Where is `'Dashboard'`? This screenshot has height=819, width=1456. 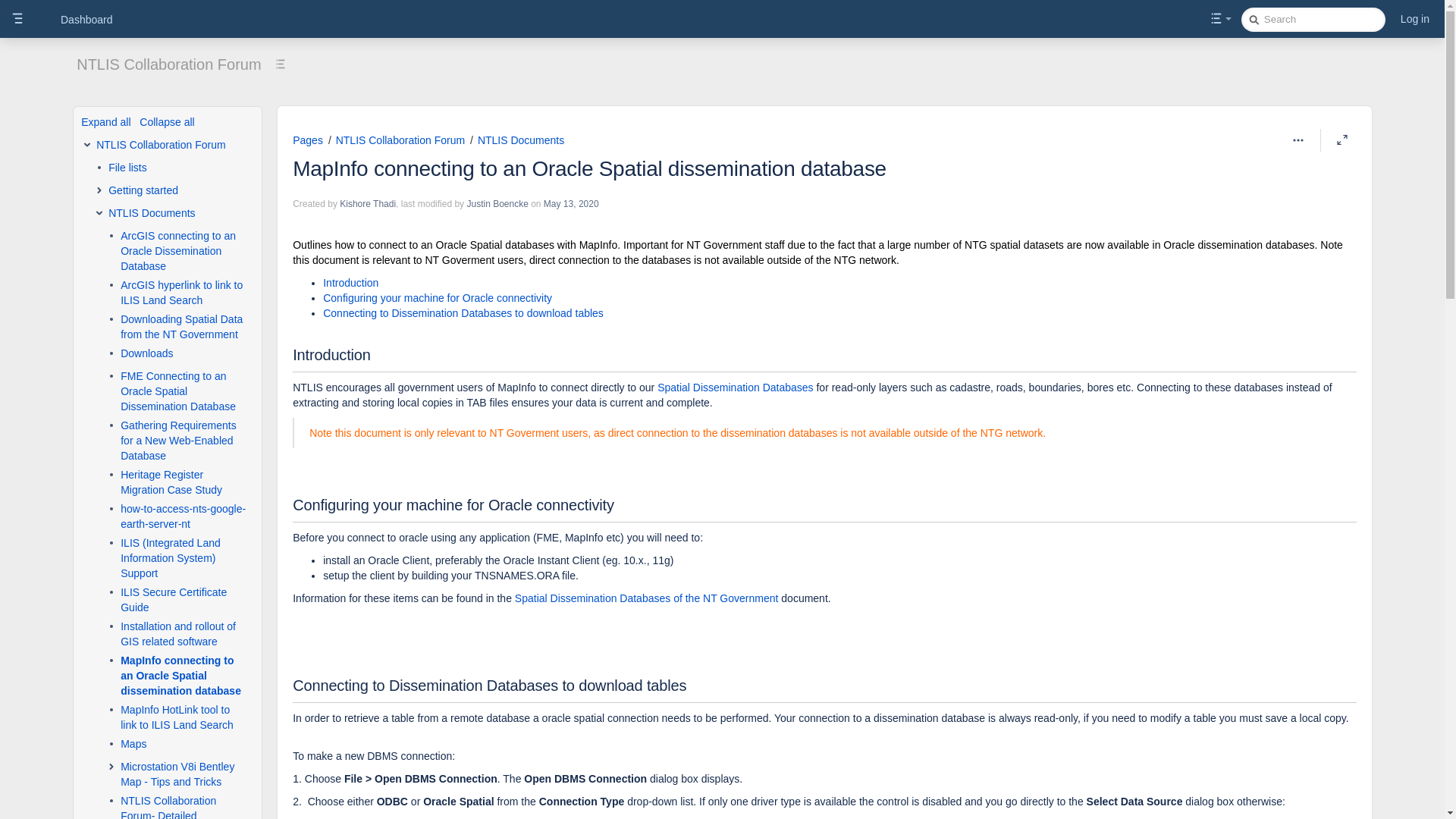
'Dashboard' is located at coordinates (86, 19).